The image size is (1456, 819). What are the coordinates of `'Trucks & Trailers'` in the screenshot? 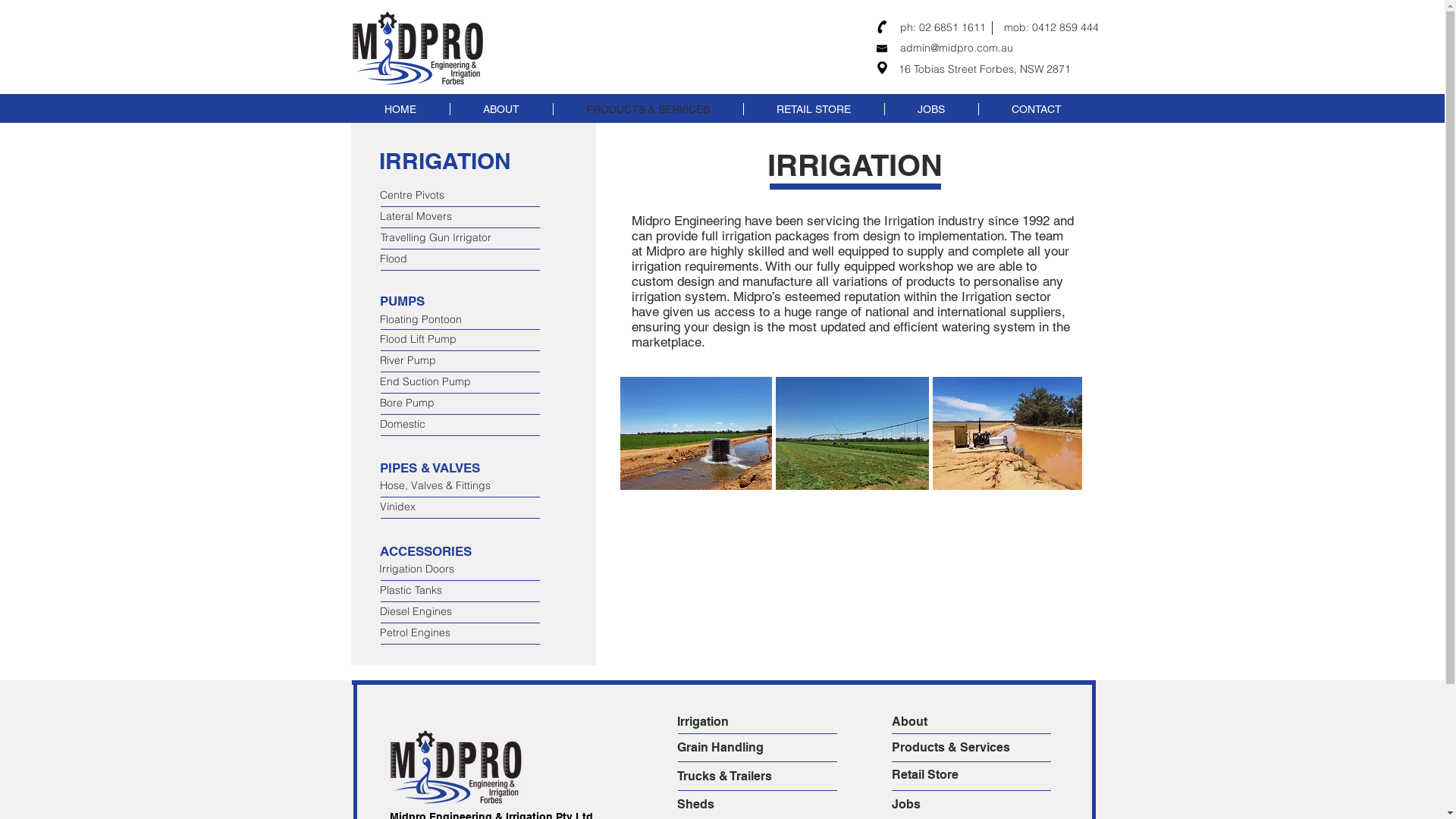 It's located at (676, 777).